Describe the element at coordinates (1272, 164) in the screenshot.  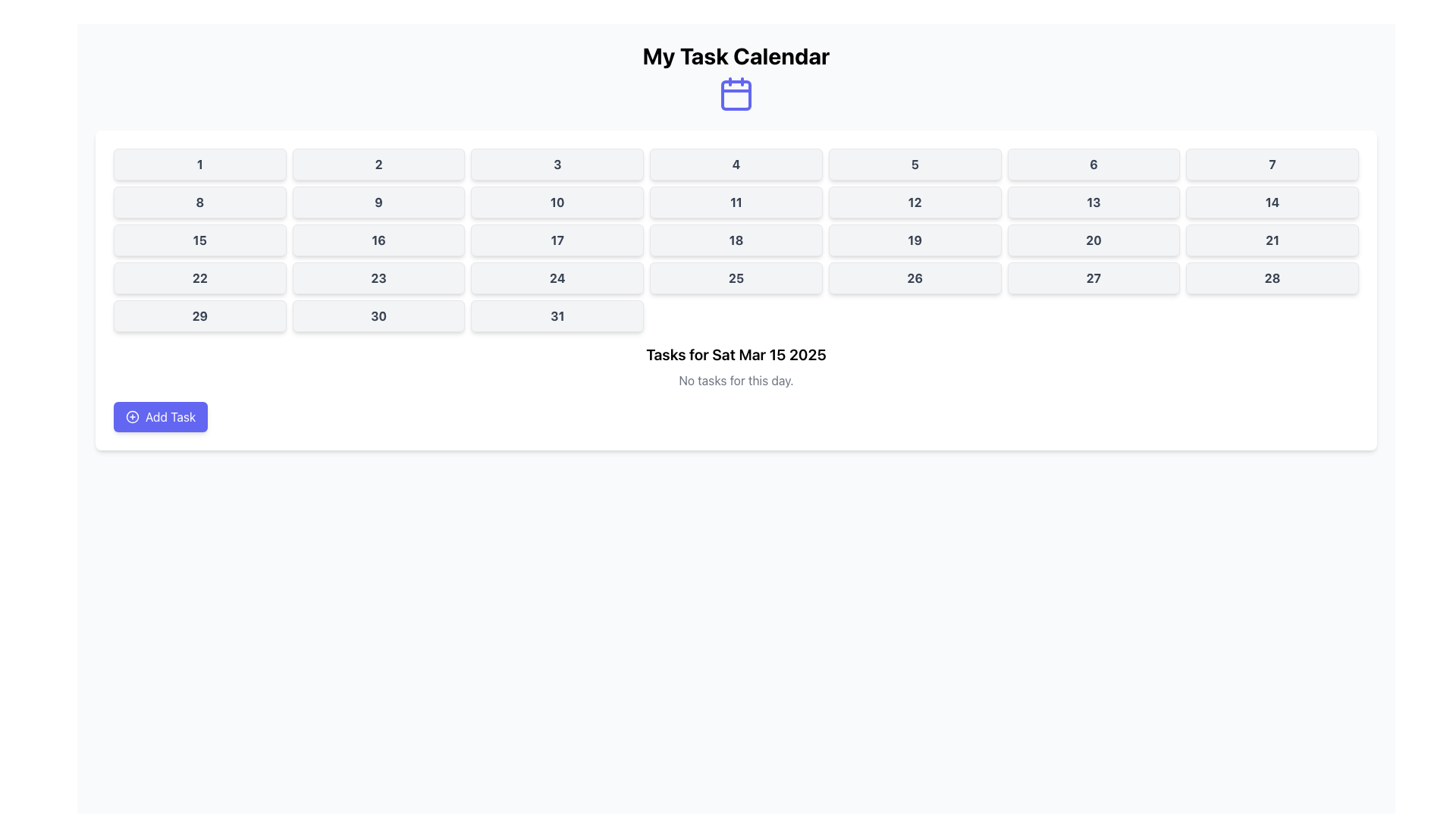
I see `the rectangular button with rounded corners and bold black text '7'` at that location.